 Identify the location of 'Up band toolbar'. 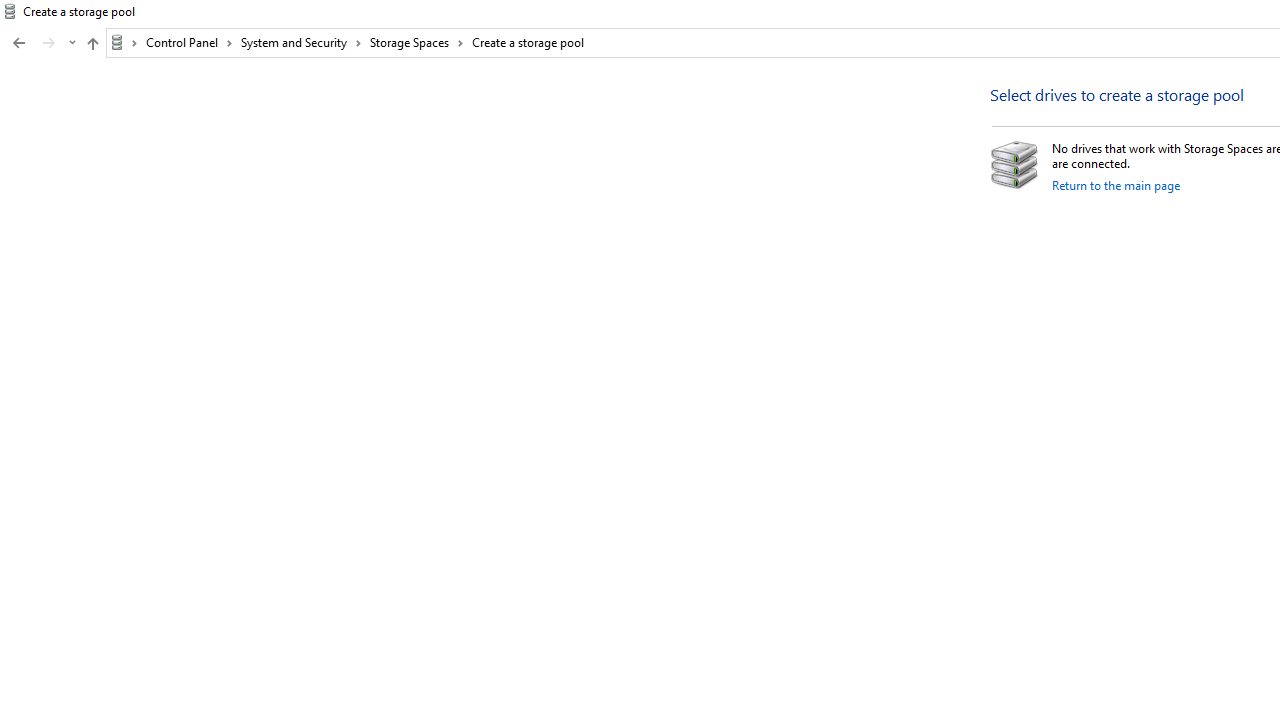
(91, 45).